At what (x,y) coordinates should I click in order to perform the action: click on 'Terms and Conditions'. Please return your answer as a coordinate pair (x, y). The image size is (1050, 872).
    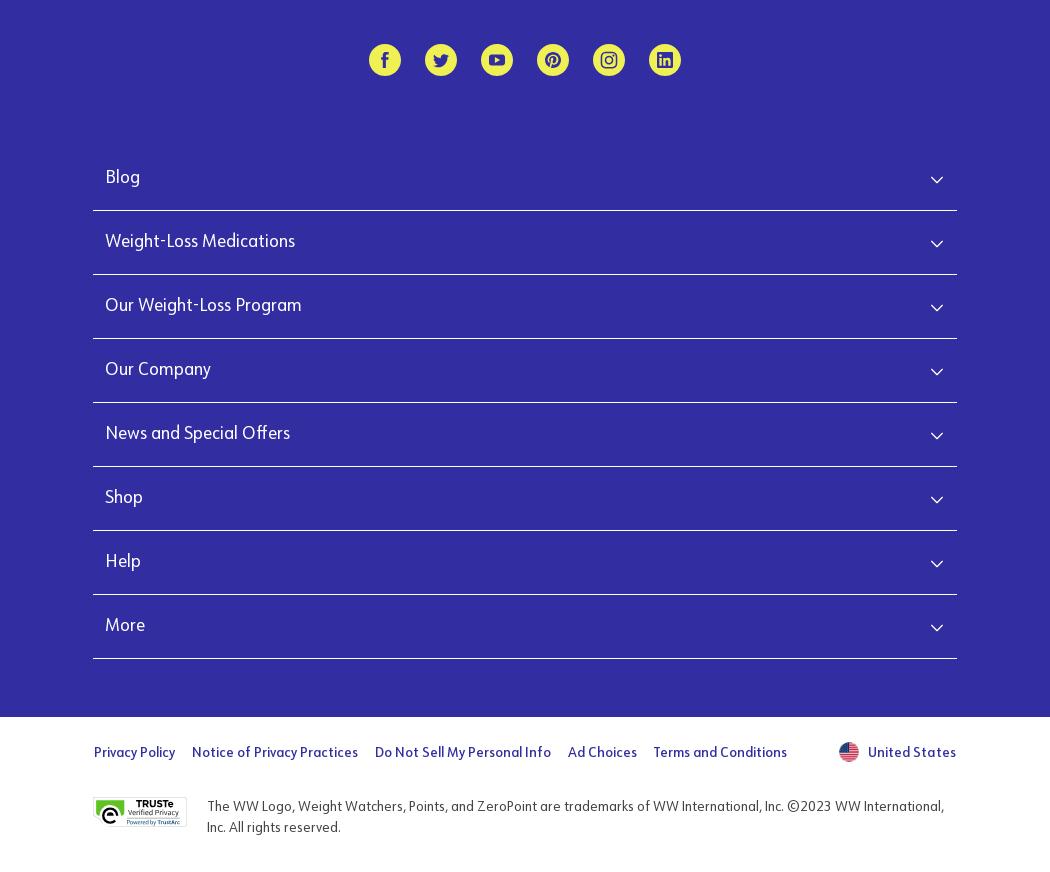
    Looking at the image, I should click on (719, 751).